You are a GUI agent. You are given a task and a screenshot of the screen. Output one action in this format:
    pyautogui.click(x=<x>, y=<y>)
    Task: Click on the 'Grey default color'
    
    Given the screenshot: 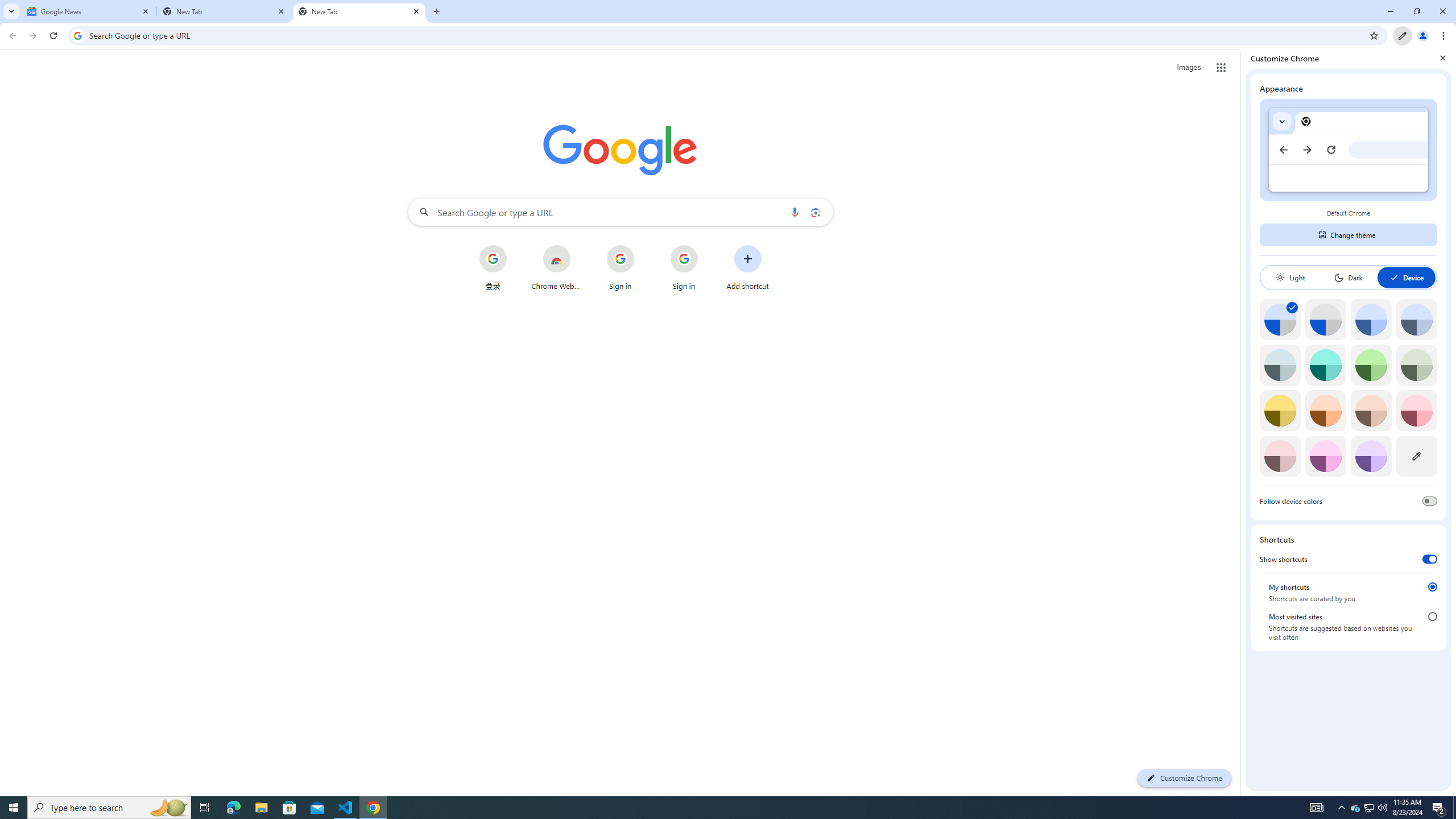 What is the action you would take?
    pyautogui.click(x=1325, y=318)
    